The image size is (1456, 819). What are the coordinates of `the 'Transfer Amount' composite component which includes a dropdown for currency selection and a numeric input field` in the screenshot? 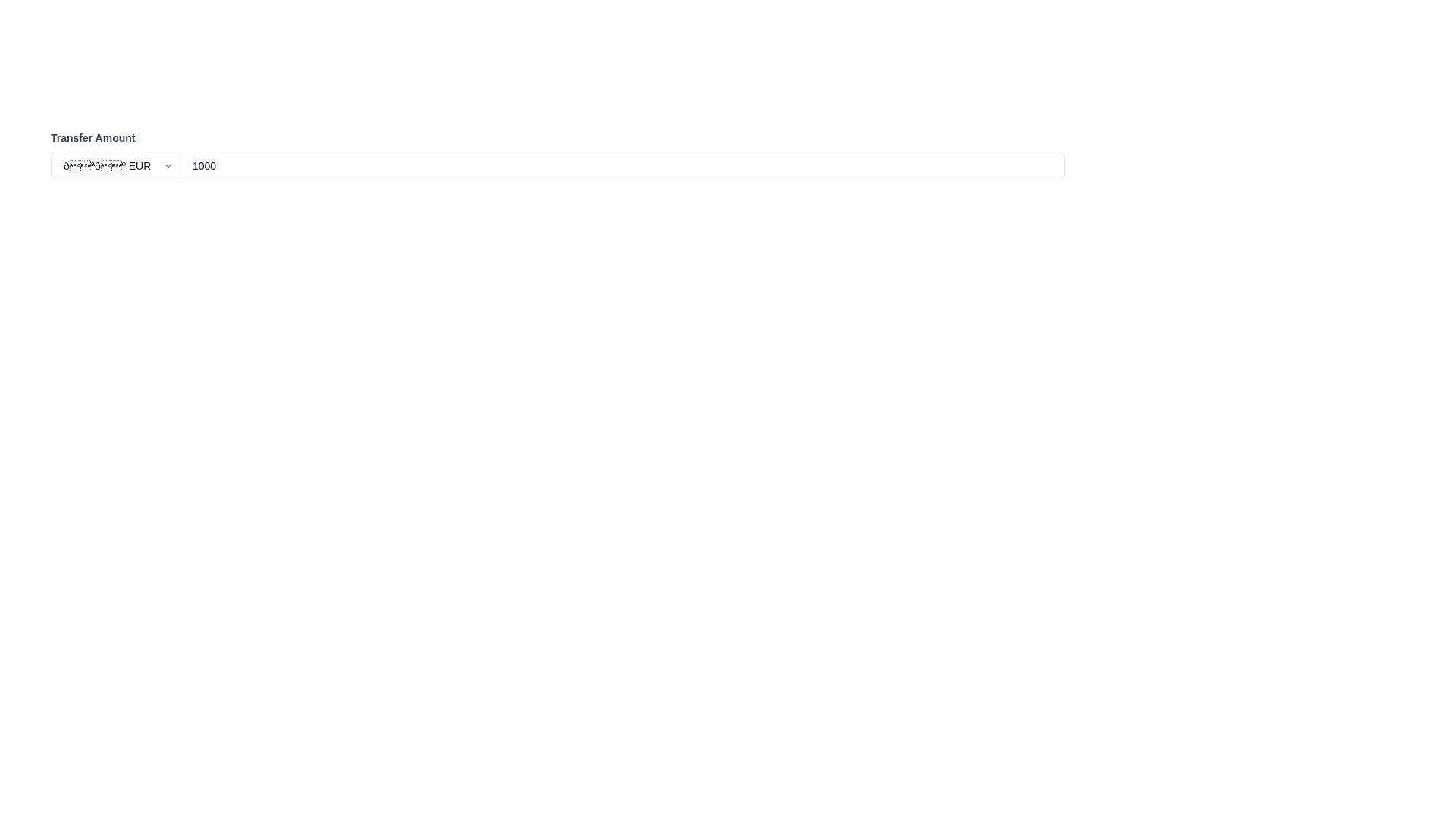 It's located at (557, 155).